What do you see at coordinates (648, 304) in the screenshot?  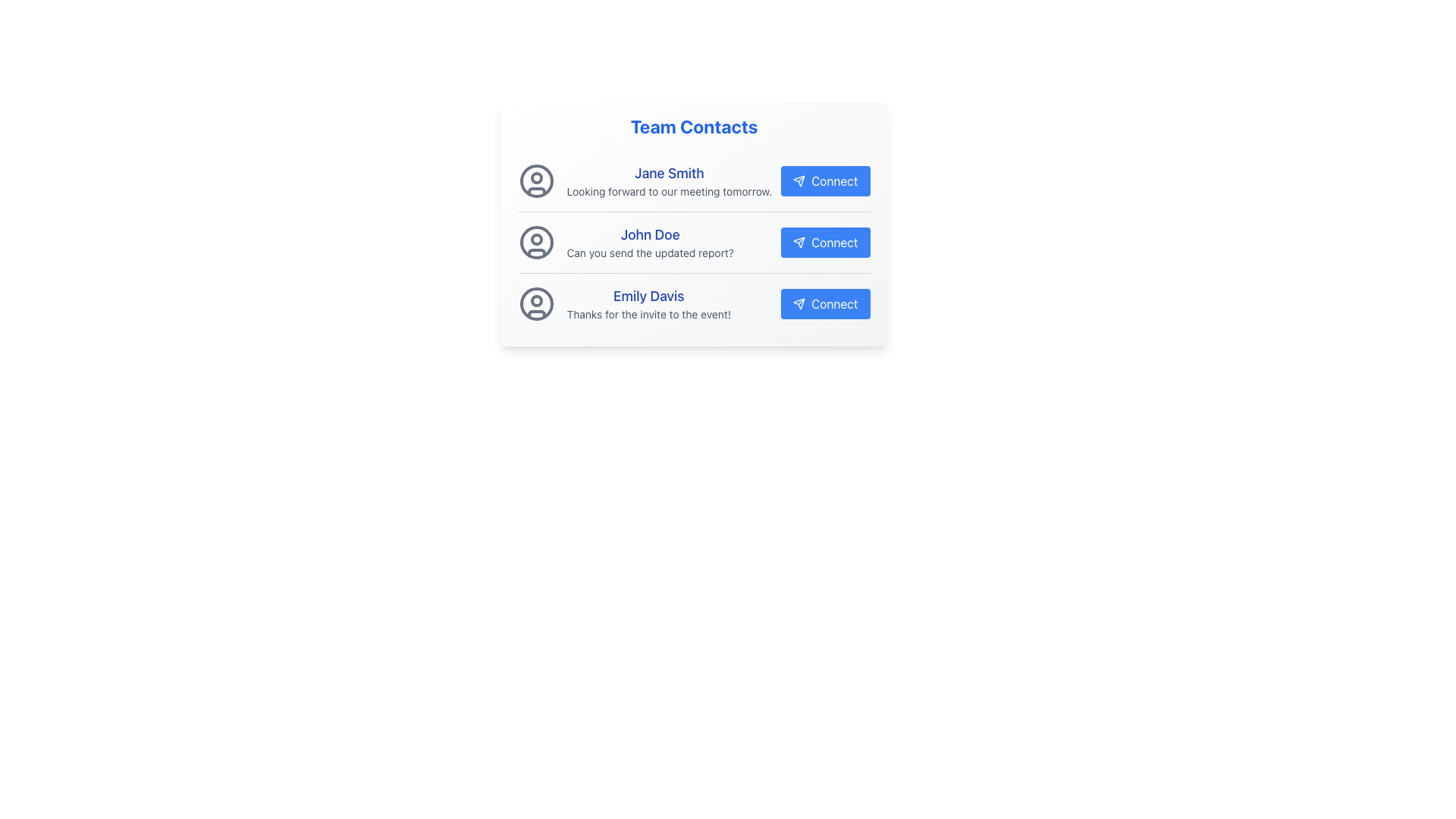 I see `the Text Display element that shows a contact's name and message, located in the third row of a vertical list, to inspect it` at bounding box center [648, 304].